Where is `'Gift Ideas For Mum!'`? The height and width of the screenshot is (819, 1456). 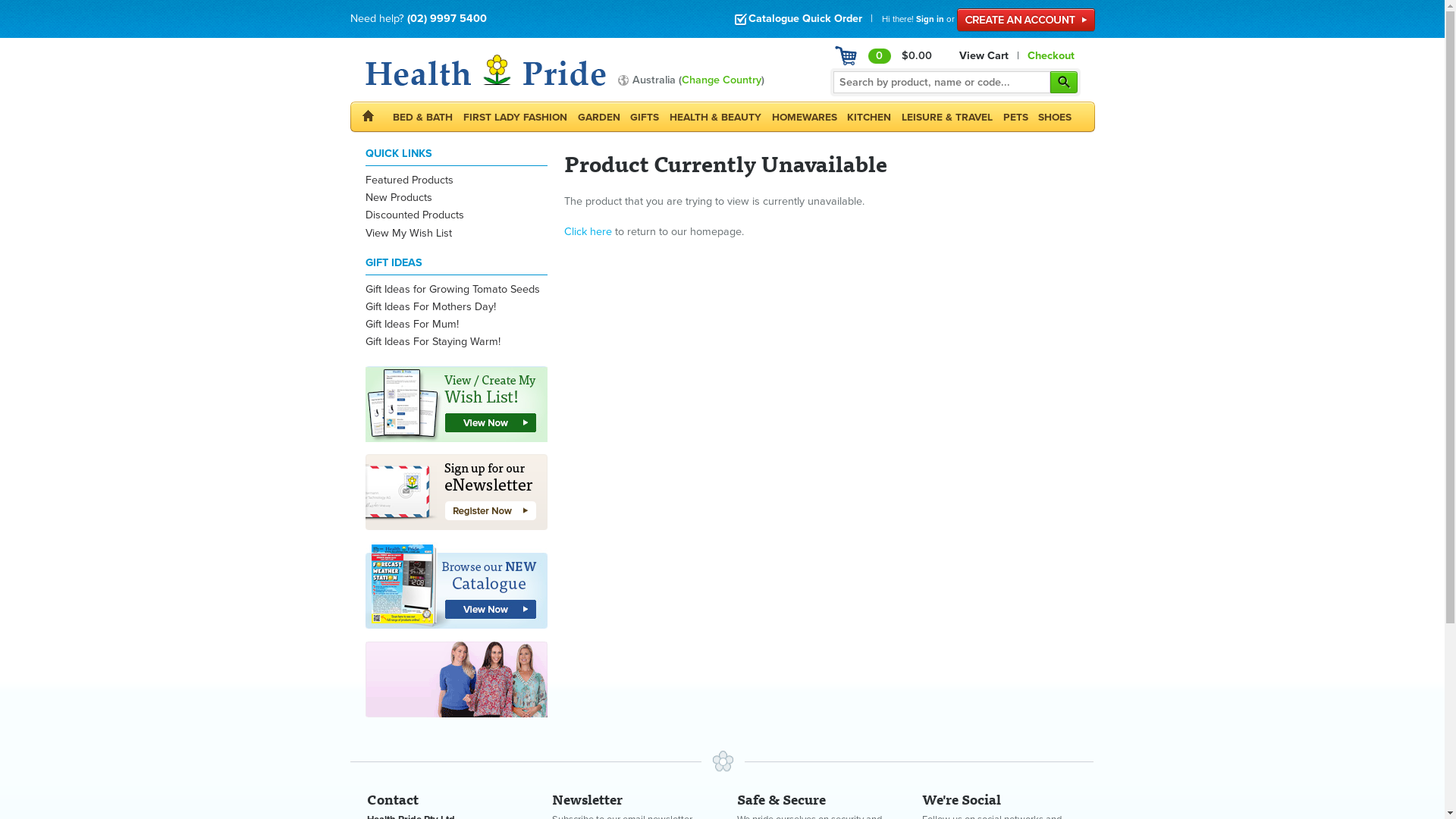 'Gift Ideas For Mum!' is located at coordinates (365, 323).